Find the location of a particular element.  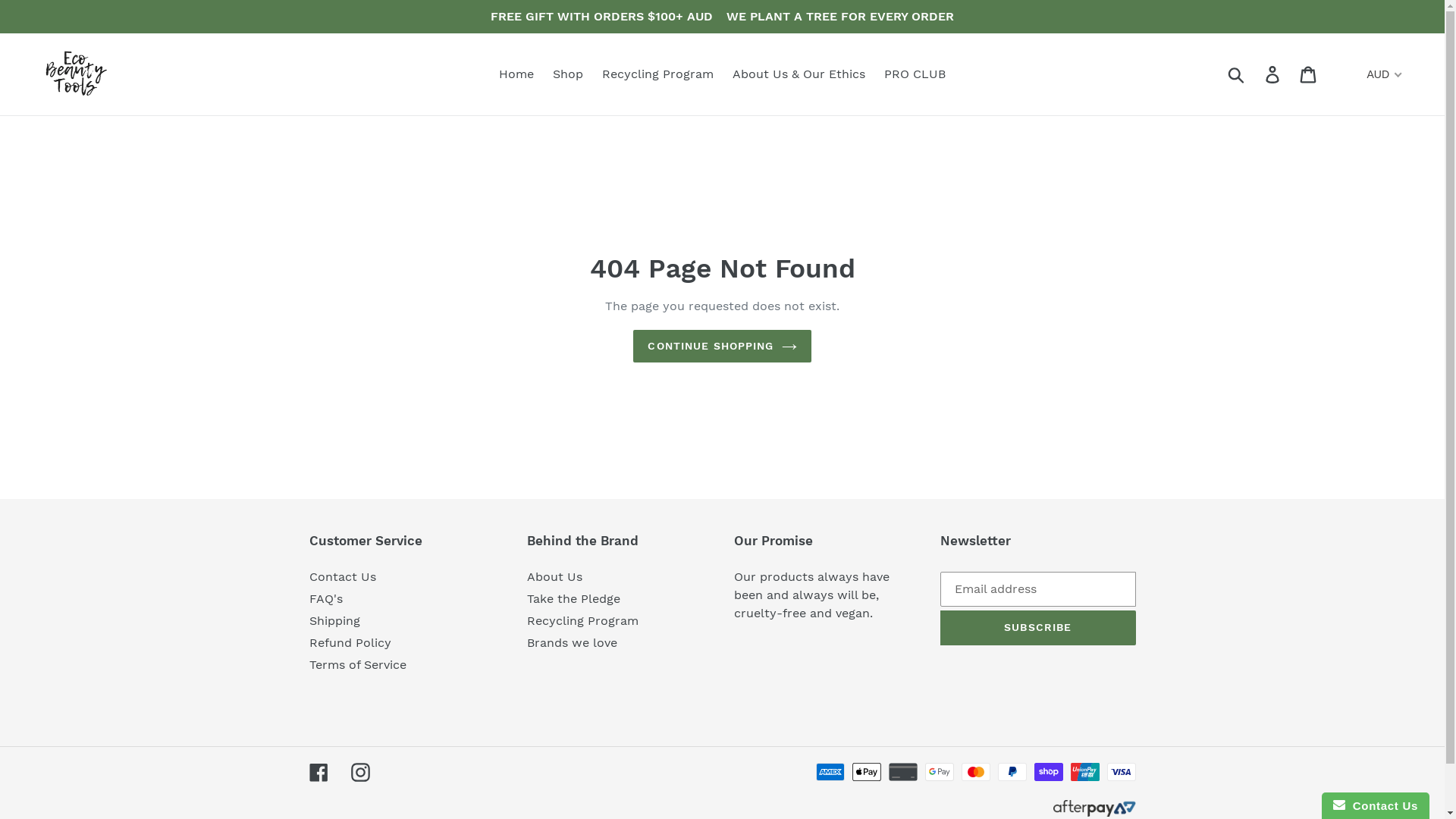

'Log in' is located at coordinates (1273, 74).